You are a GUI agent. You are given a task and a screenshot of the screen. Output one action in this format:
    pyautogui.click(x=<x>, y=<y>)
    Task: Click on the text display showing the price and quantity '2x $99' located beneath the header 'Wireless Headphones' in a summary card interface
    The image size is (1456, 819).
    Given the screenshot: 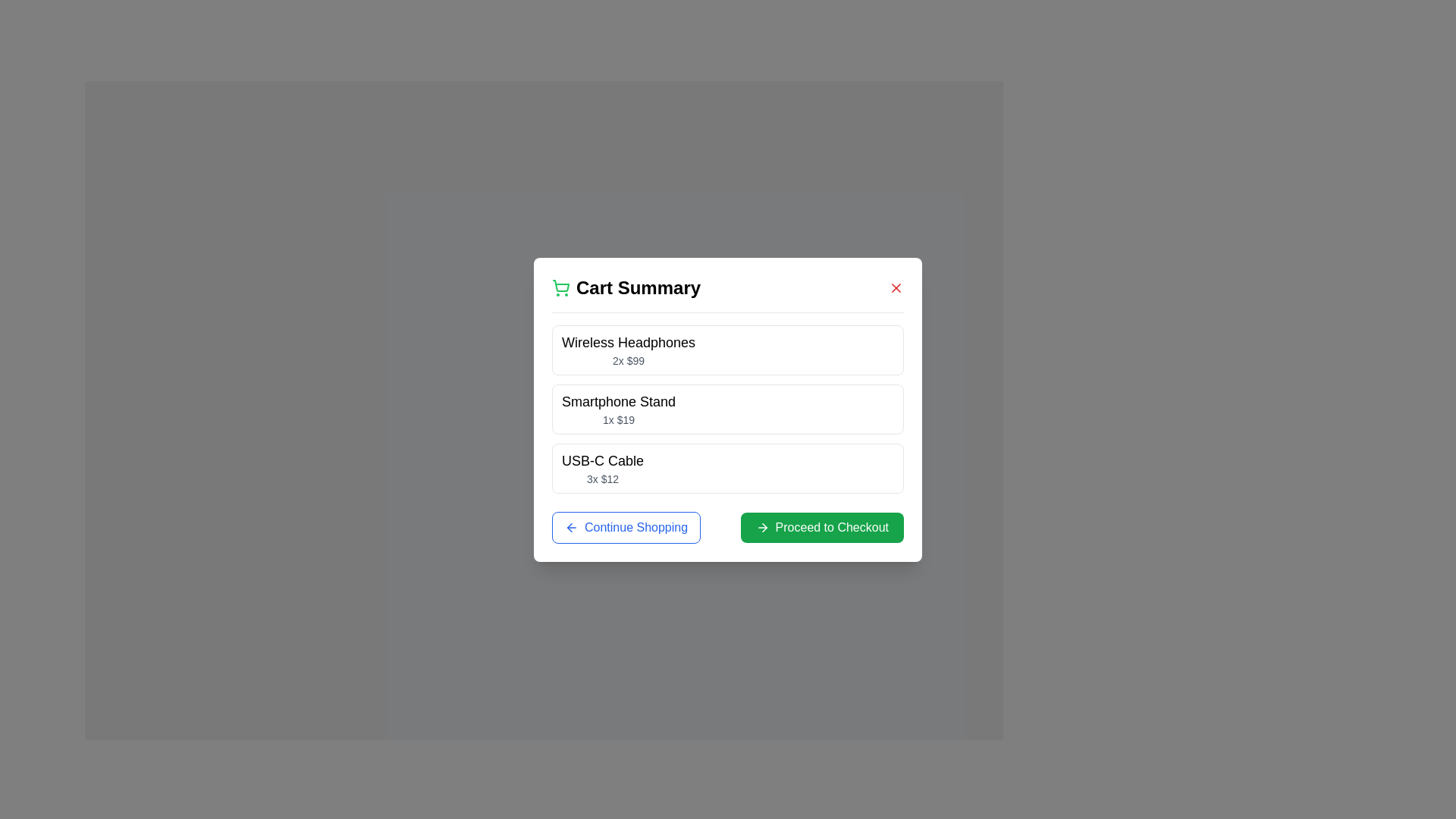 What is the action you would take?
    pyautogui.click(x=629, y=360)
    